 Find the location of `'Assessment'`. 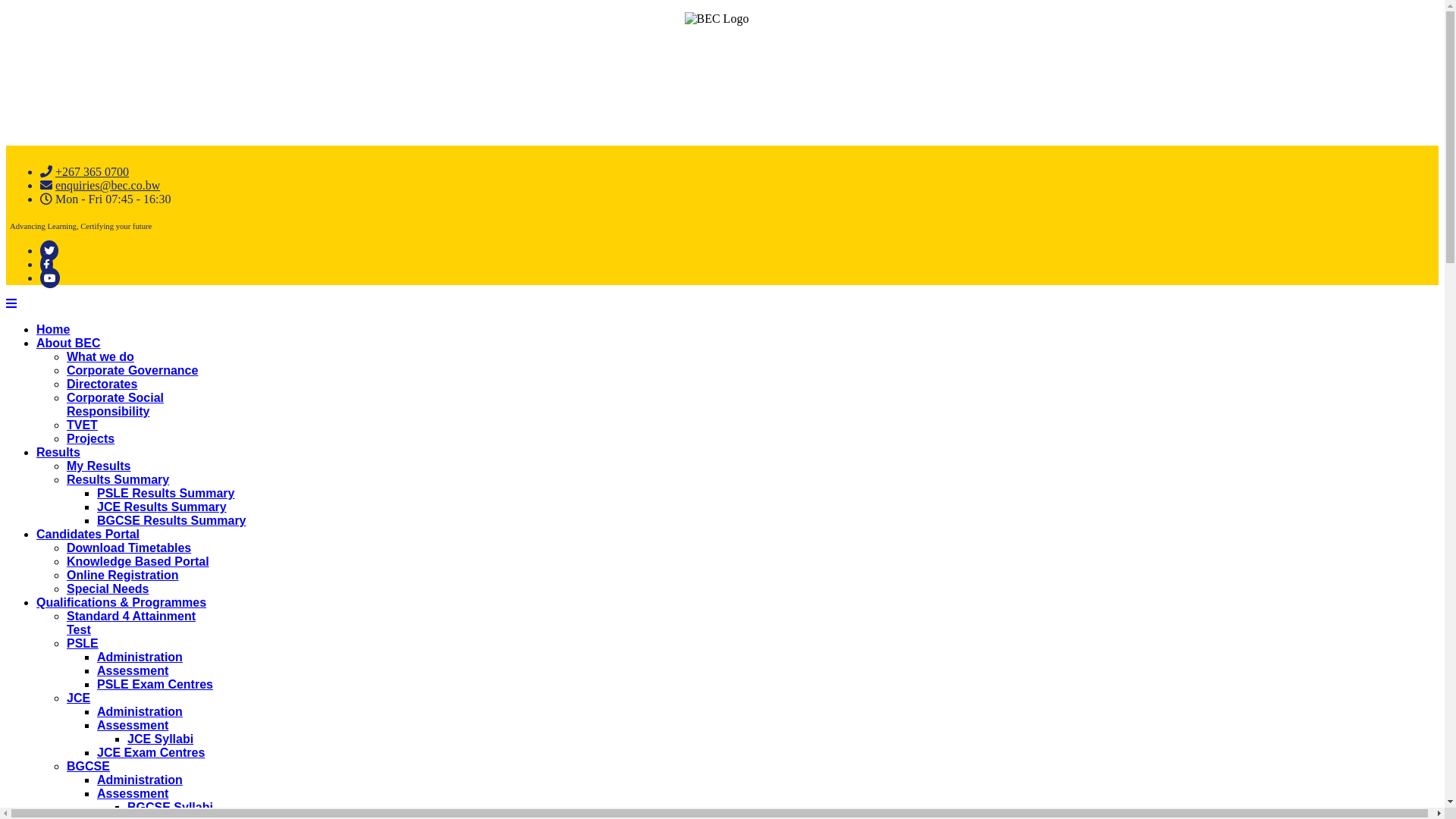

'Assessment' is located at coordinates (96, 724).